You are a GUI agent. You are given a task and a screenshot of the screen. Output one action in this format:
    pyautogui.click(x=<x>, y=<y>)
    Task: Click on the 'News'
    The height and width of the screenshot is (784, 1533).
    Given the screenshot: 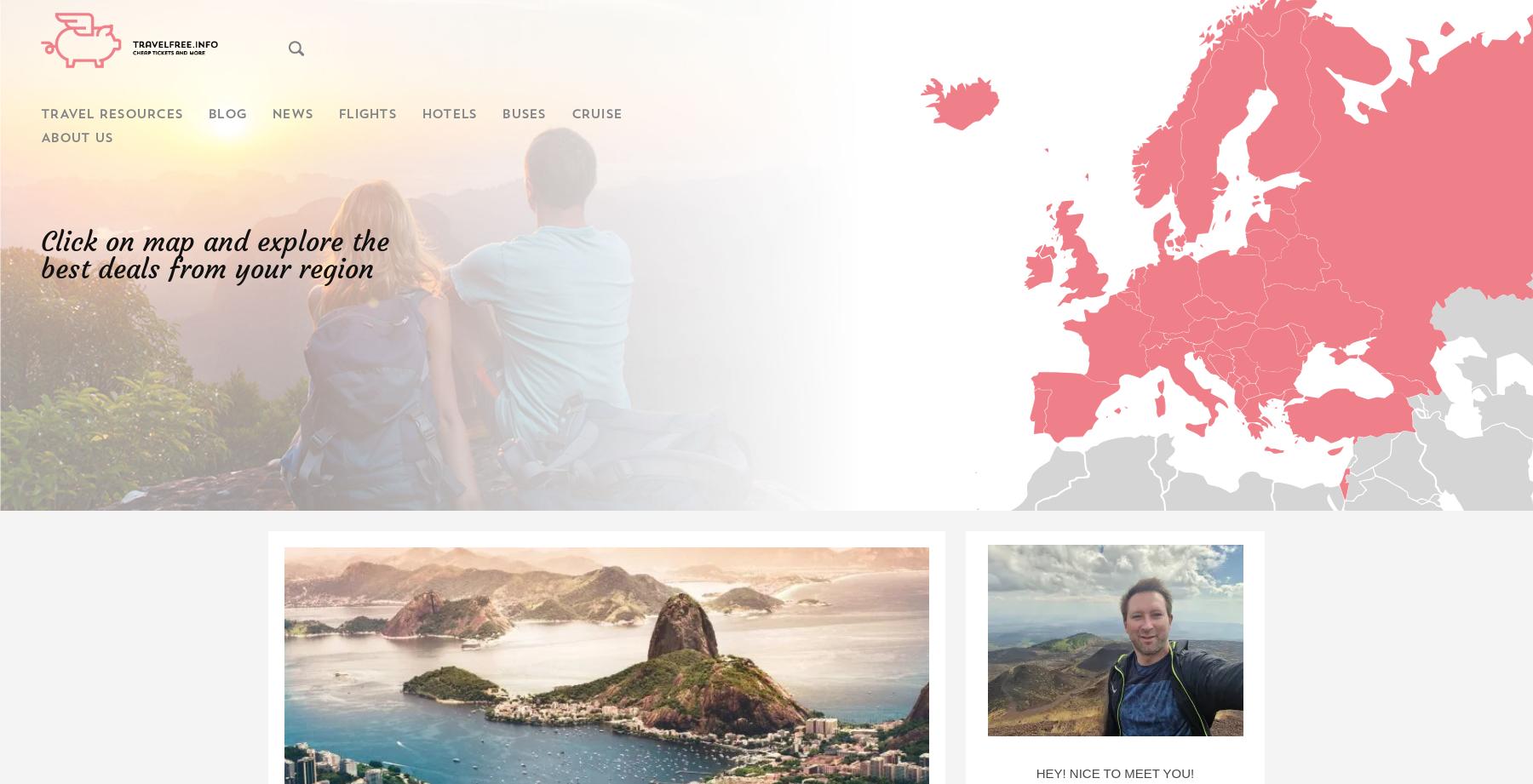 What is the action you would take?
    pyautogui.click(x=292, y=115)
    